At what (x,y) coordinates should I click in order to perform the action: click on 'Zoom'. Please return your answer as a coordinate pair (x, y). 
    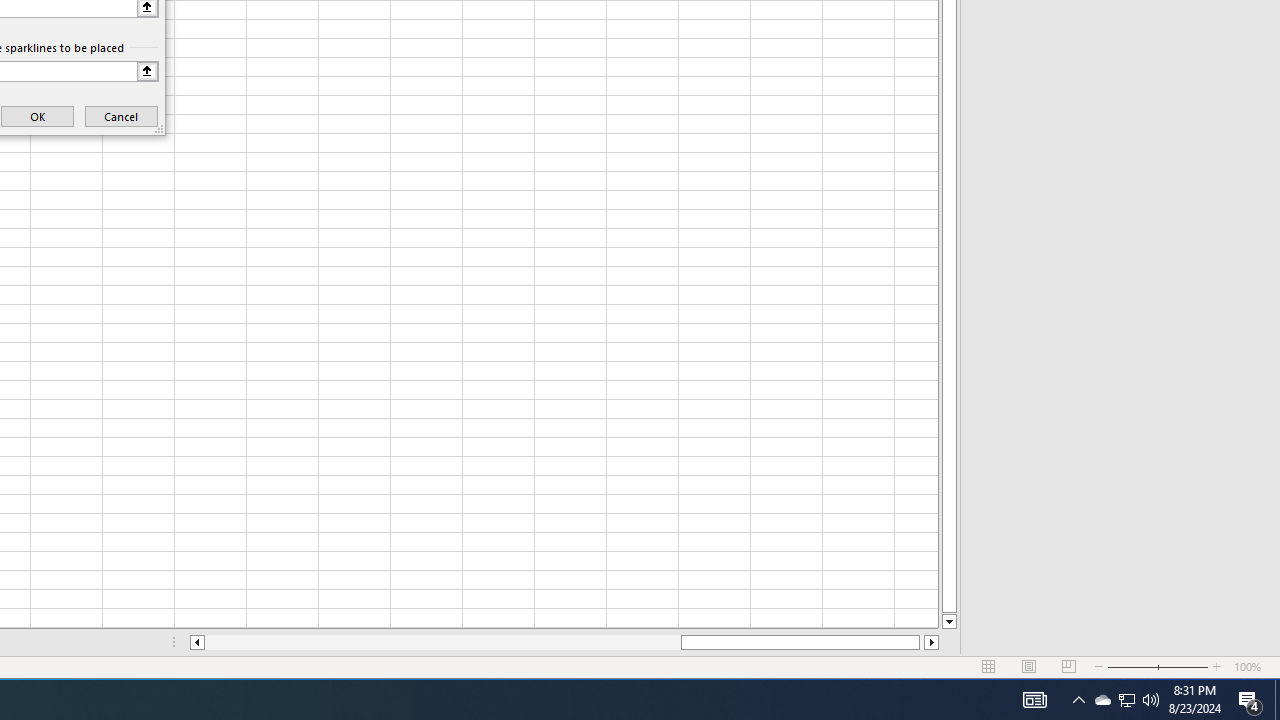
    Looking at the image, I should click on (1158, 667).